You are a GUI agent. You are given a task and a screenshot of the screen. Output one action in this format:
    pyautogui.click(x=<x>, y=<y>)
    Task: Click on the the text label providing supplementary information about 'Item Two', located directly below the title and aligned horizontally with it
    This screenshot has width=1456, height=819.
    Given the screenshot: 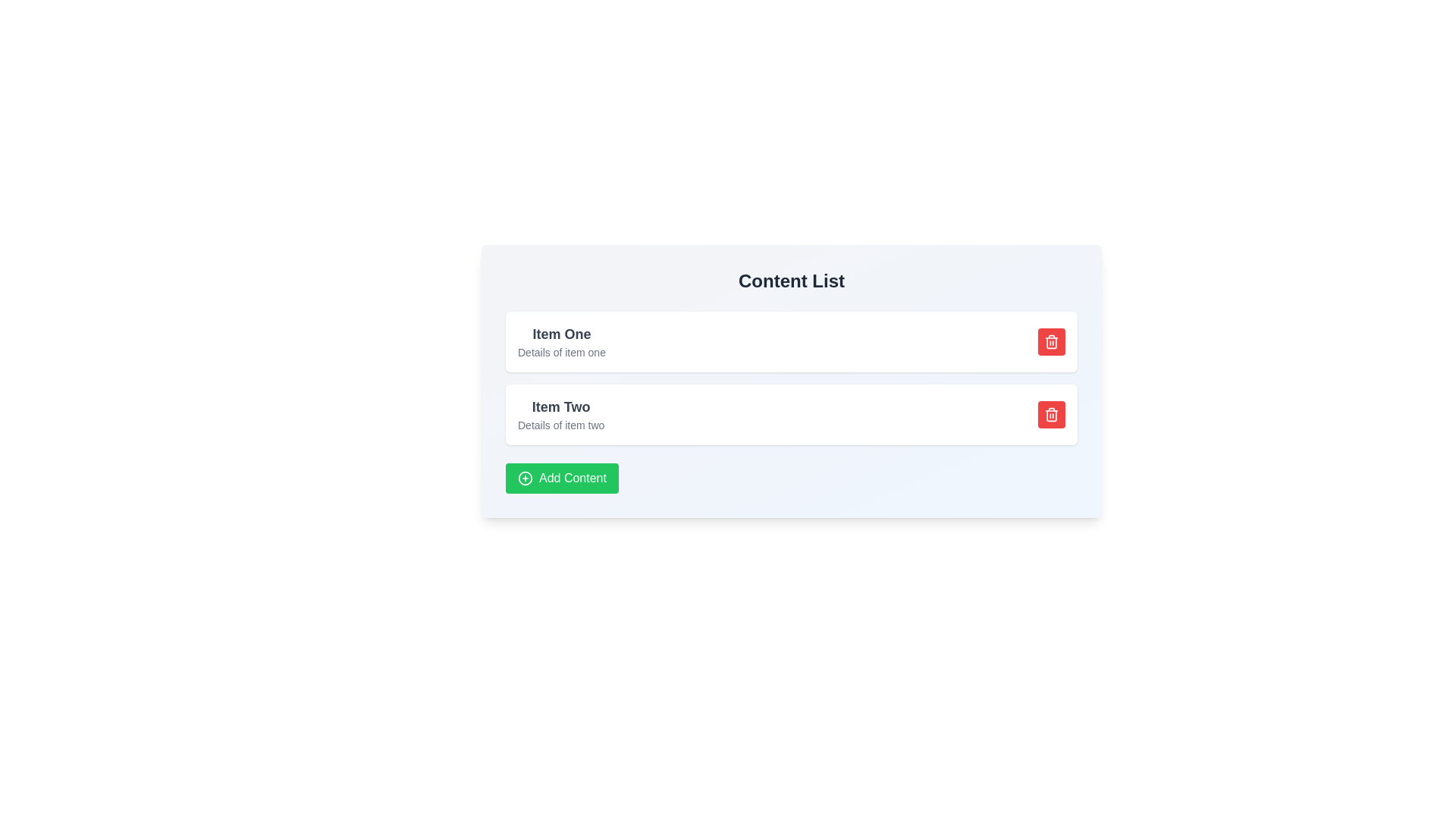 What is the action you would take?
    pyautogui.click(x=560, y=425)
    